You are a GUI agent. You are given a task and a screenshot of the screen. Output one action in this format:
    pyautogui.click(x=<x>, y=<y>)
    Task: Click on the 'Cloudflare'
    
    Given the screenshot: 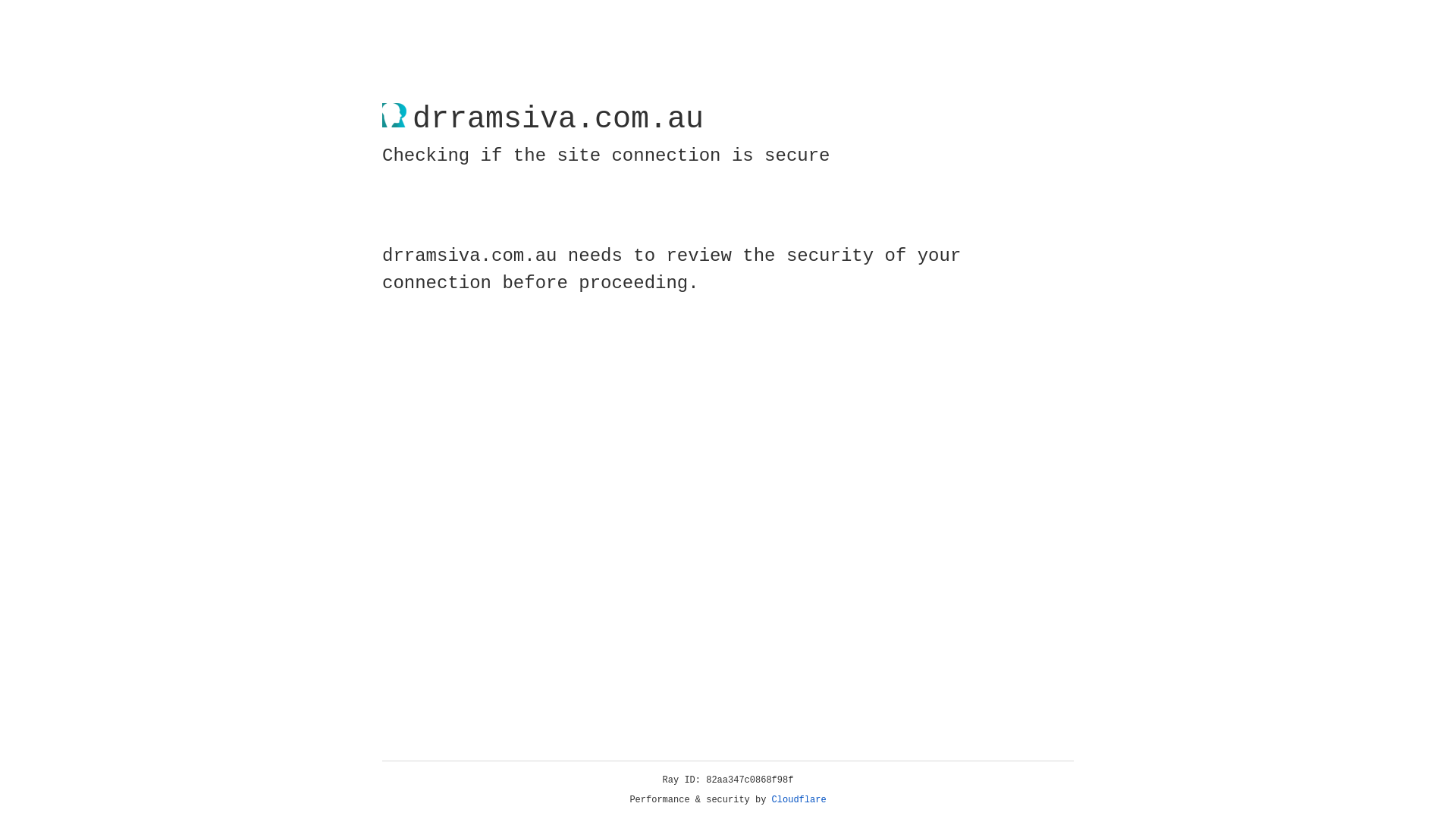 What is the action you would take?
    pyautogui.click(x=771, y=799)
    